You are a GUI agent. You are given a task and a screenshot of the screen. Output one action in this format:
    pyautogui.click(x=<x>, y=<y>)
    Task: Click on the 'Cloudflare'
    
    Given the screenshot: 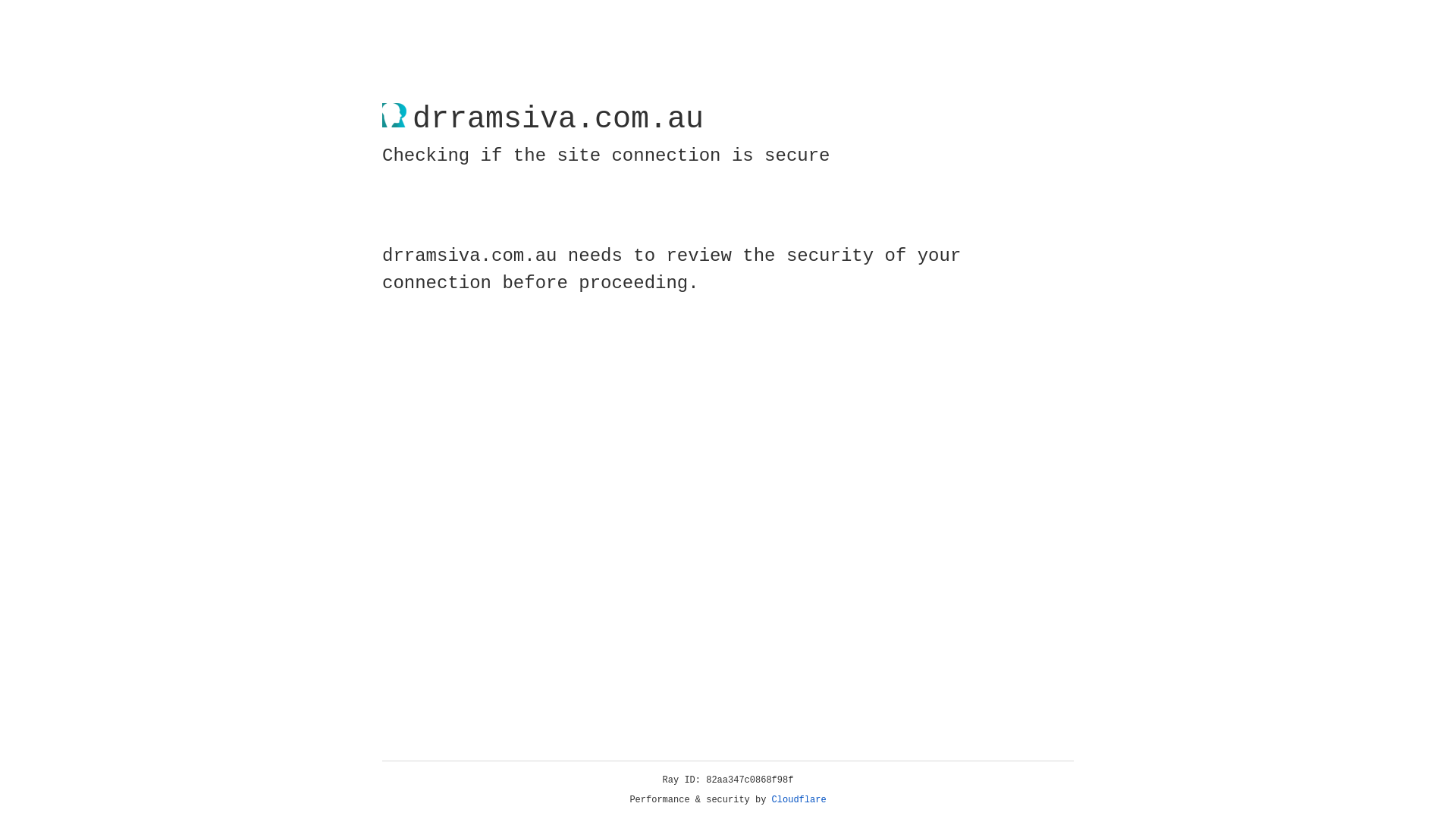 What is the action you would take?
    pyautogui.click(x=771, y=799)
    